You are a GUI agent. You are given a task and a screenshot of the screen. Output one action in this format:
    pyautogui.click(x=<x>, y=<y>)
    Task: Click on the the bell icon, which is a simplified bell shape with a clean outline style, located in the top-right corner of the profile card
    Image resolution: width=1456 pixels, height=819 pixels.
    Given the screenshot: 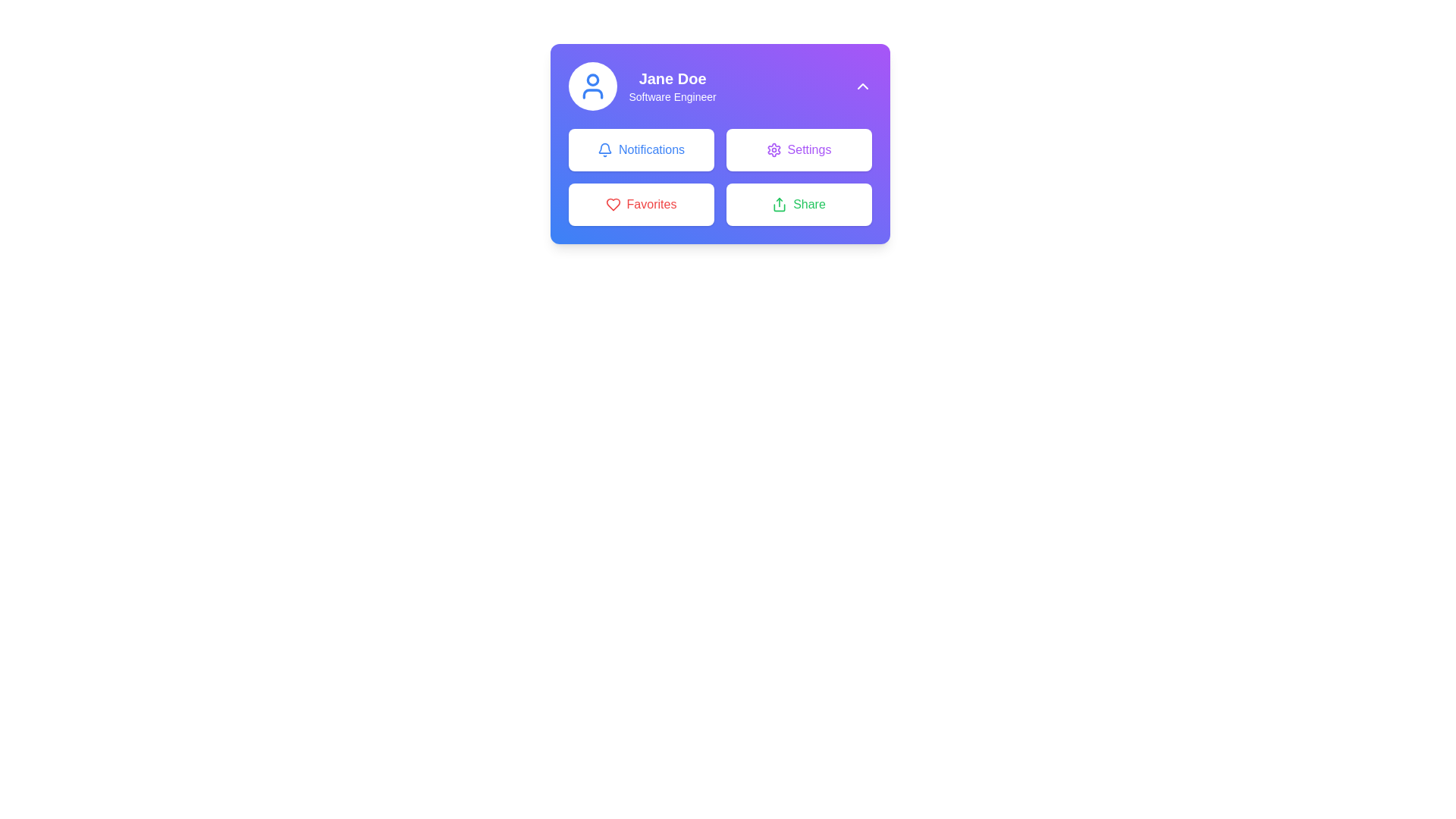 What is the action you would take?
    pyautogui.click(x=604, y=148)
    